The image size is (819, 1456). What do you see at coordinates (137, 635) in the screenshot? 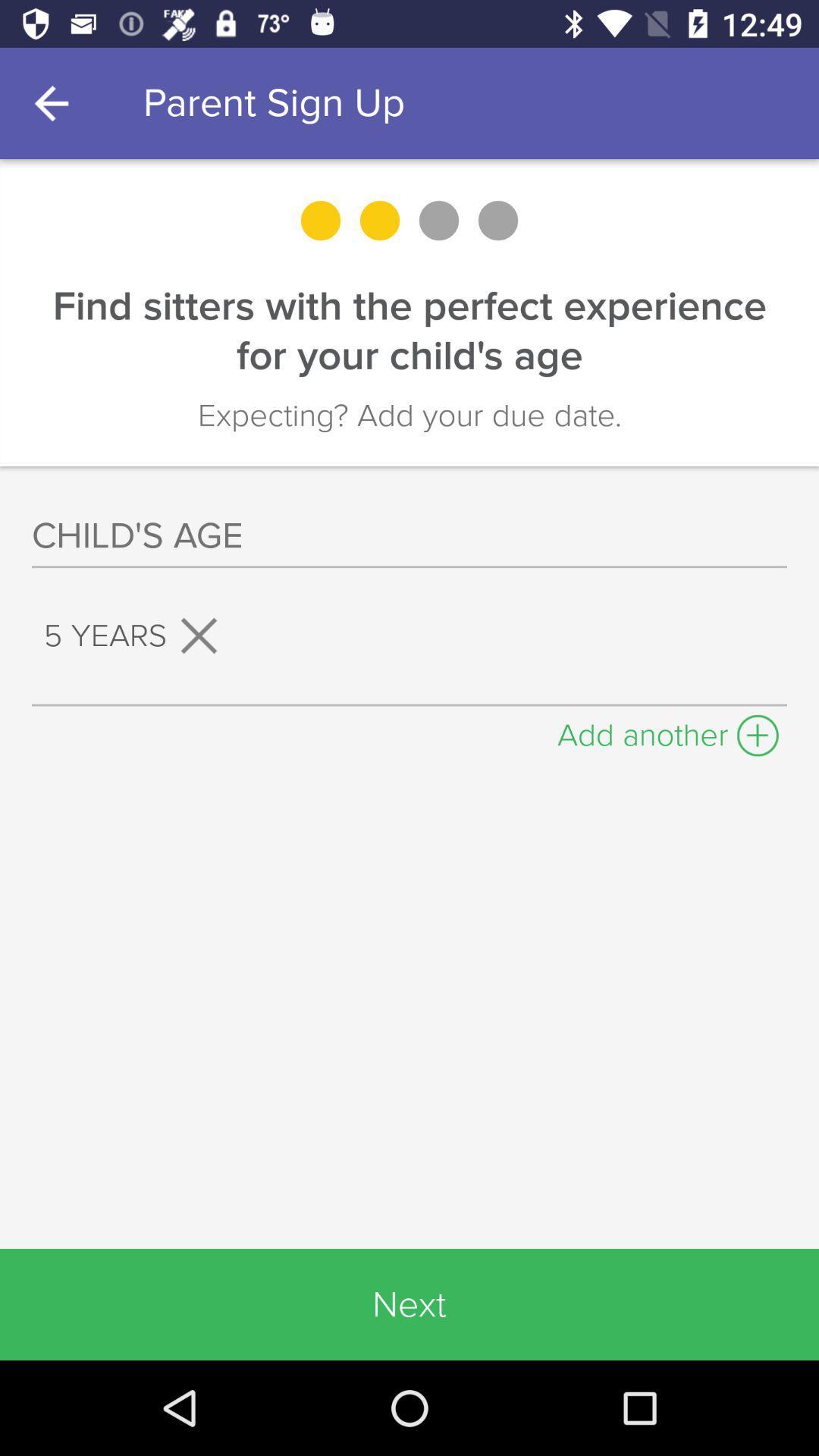
I see `the 5 years` at bounding box center [137, 635].